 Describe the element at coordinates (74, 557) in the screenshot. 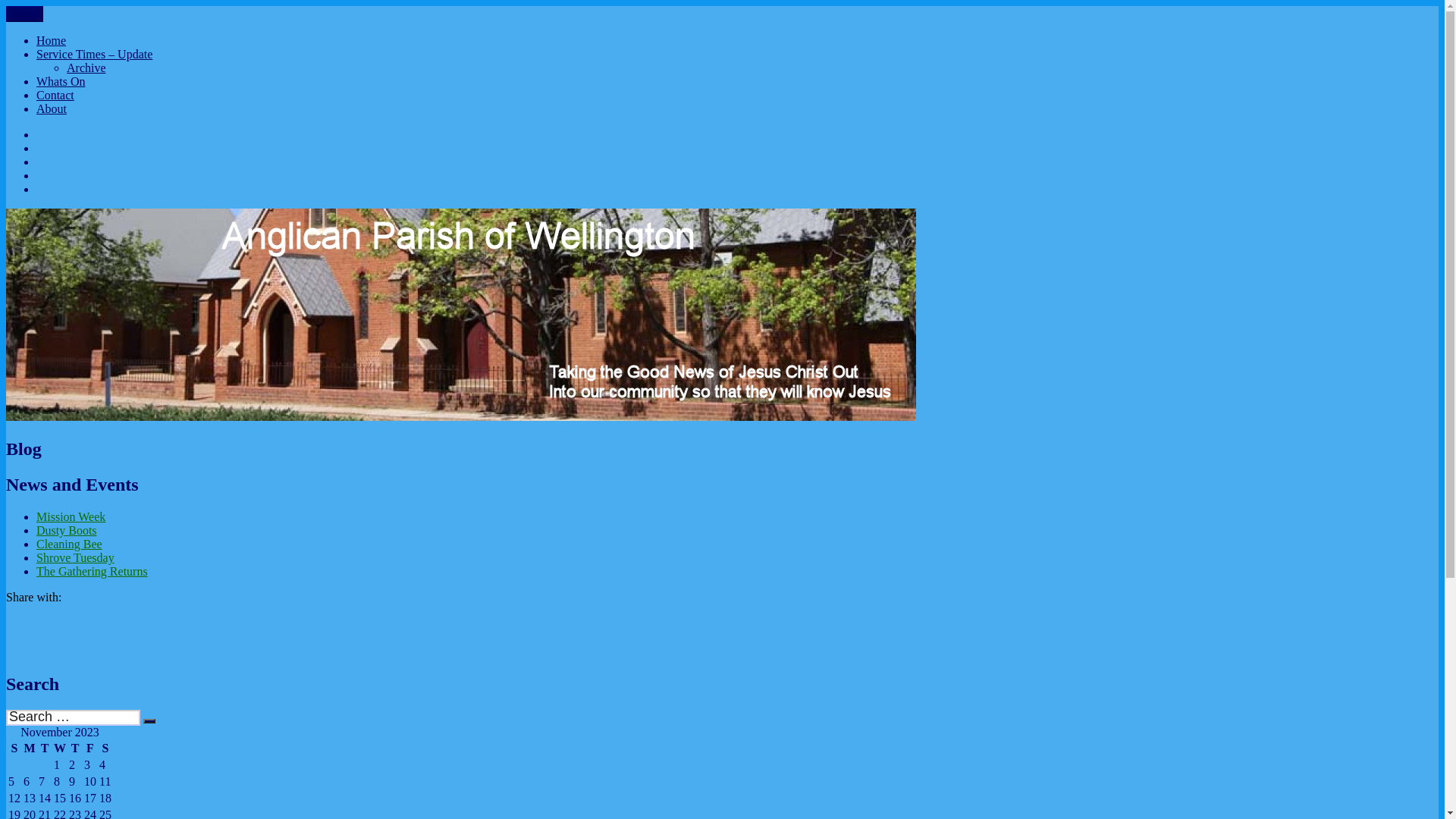

I see `'Shrove Tuesday'` at that location.